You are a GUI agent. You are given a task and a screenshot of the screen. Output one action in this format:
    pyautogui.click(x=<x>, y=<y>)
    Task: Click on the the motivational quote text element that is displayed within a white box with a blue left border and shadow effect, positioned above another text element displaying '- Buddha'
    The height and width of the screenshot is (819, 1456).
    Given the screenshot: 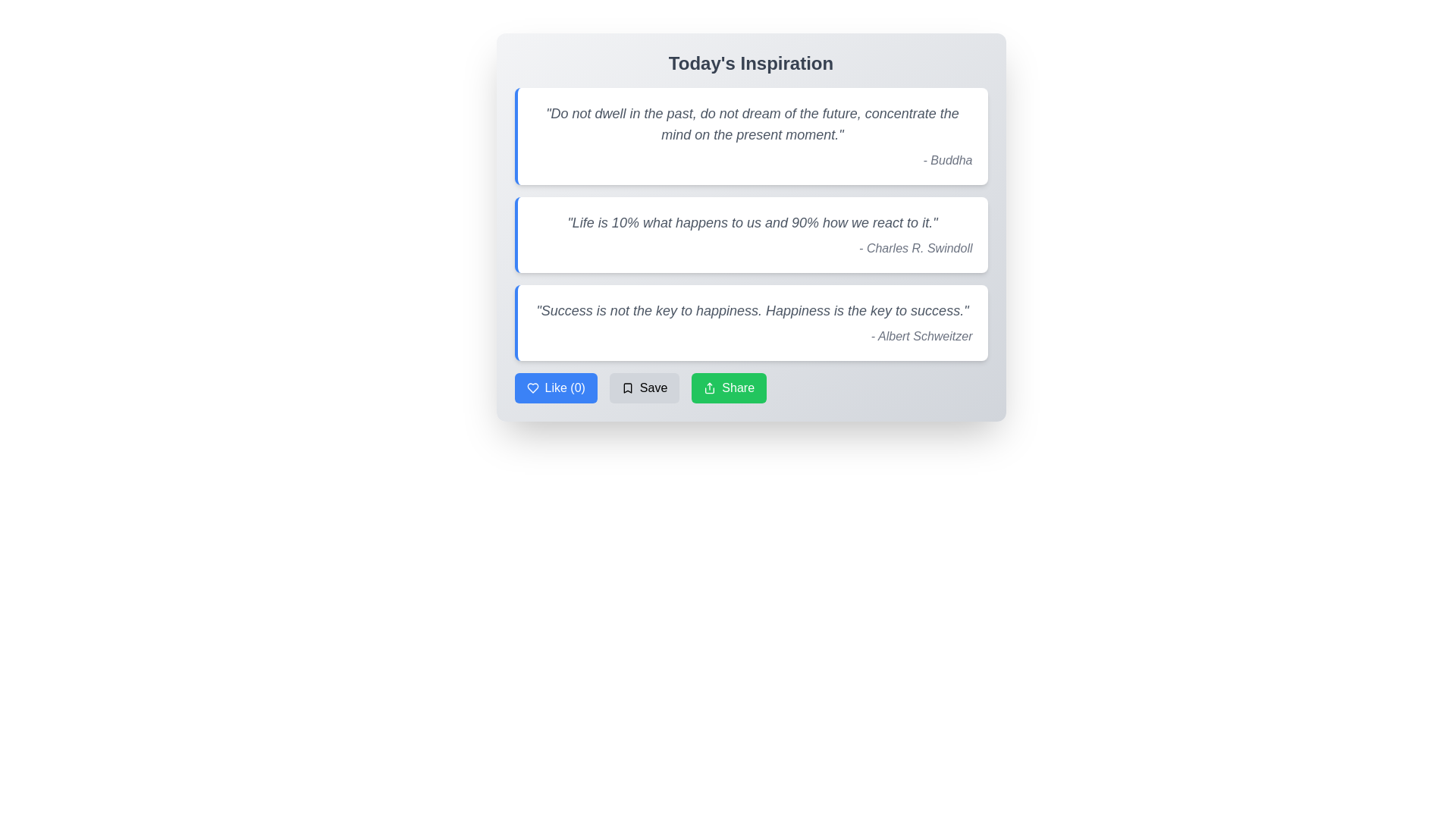 What is the action you would take?
    pyautogui.click(x=752, y=124)
    